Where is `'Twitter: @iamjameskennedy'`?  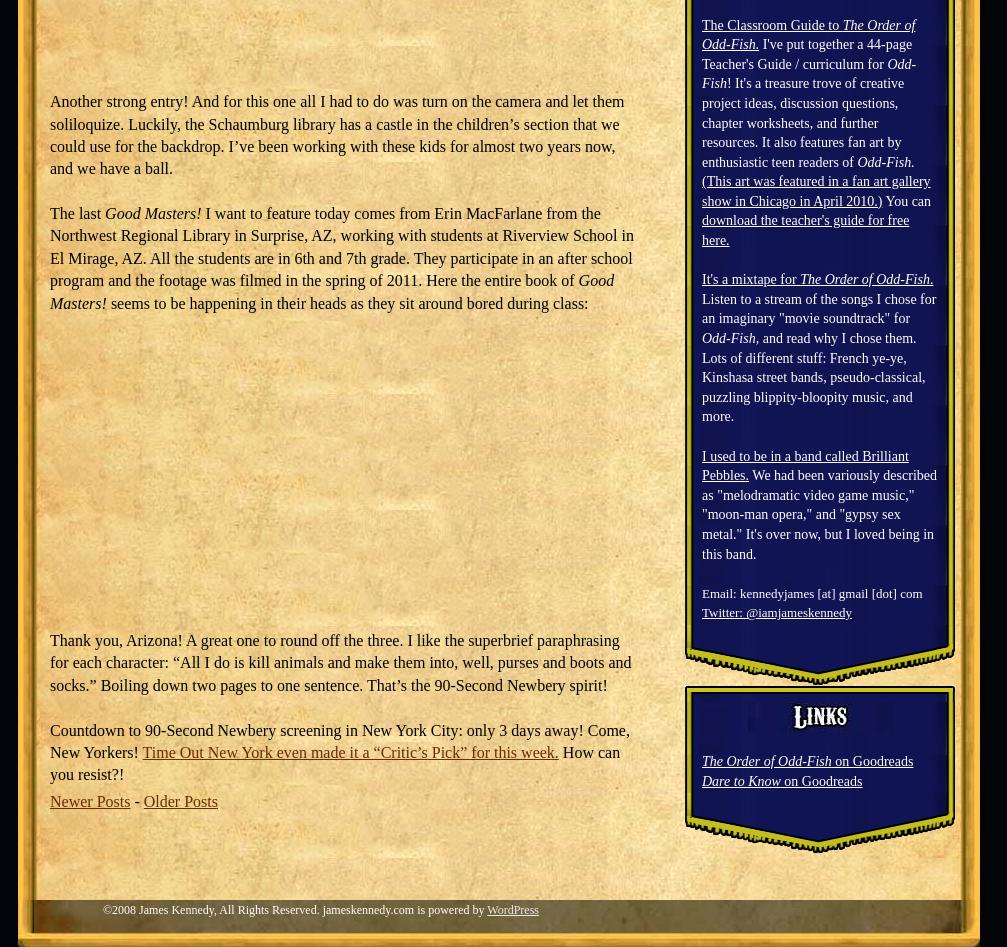
'Twitter: @iamjameskennedy' is located at coordinates (776, 612).